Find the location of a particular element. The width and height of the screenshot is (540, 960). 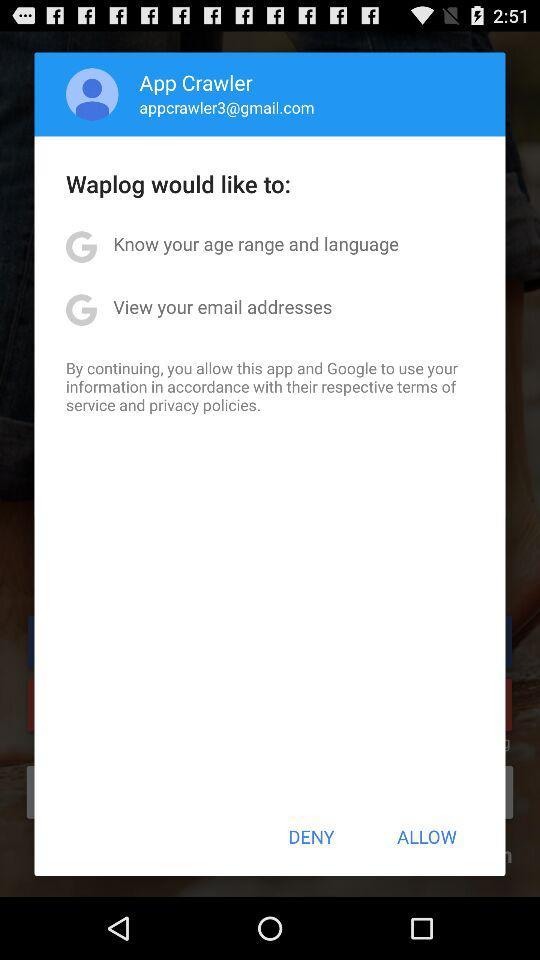

the app below the know your age item is located at coordinates (221, 306).